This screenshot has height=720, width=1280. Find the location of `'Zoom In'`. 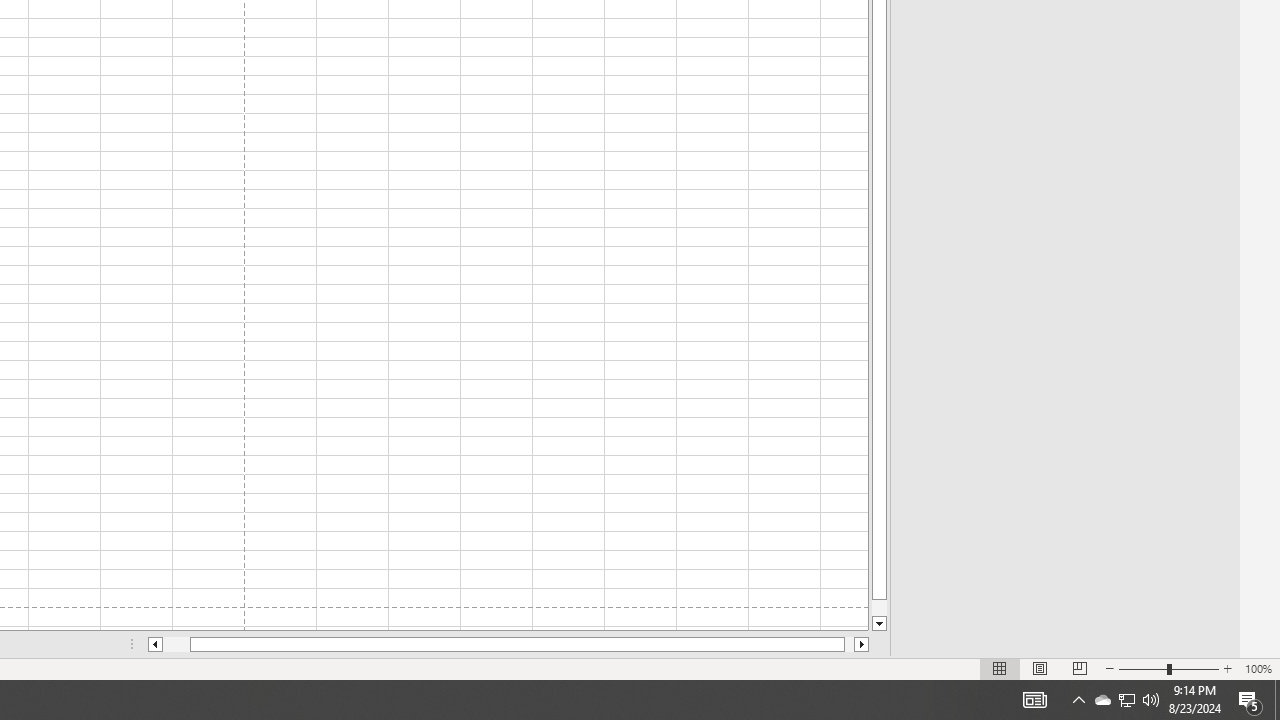

'Zoom In' is located at coordinates (1226, 669).